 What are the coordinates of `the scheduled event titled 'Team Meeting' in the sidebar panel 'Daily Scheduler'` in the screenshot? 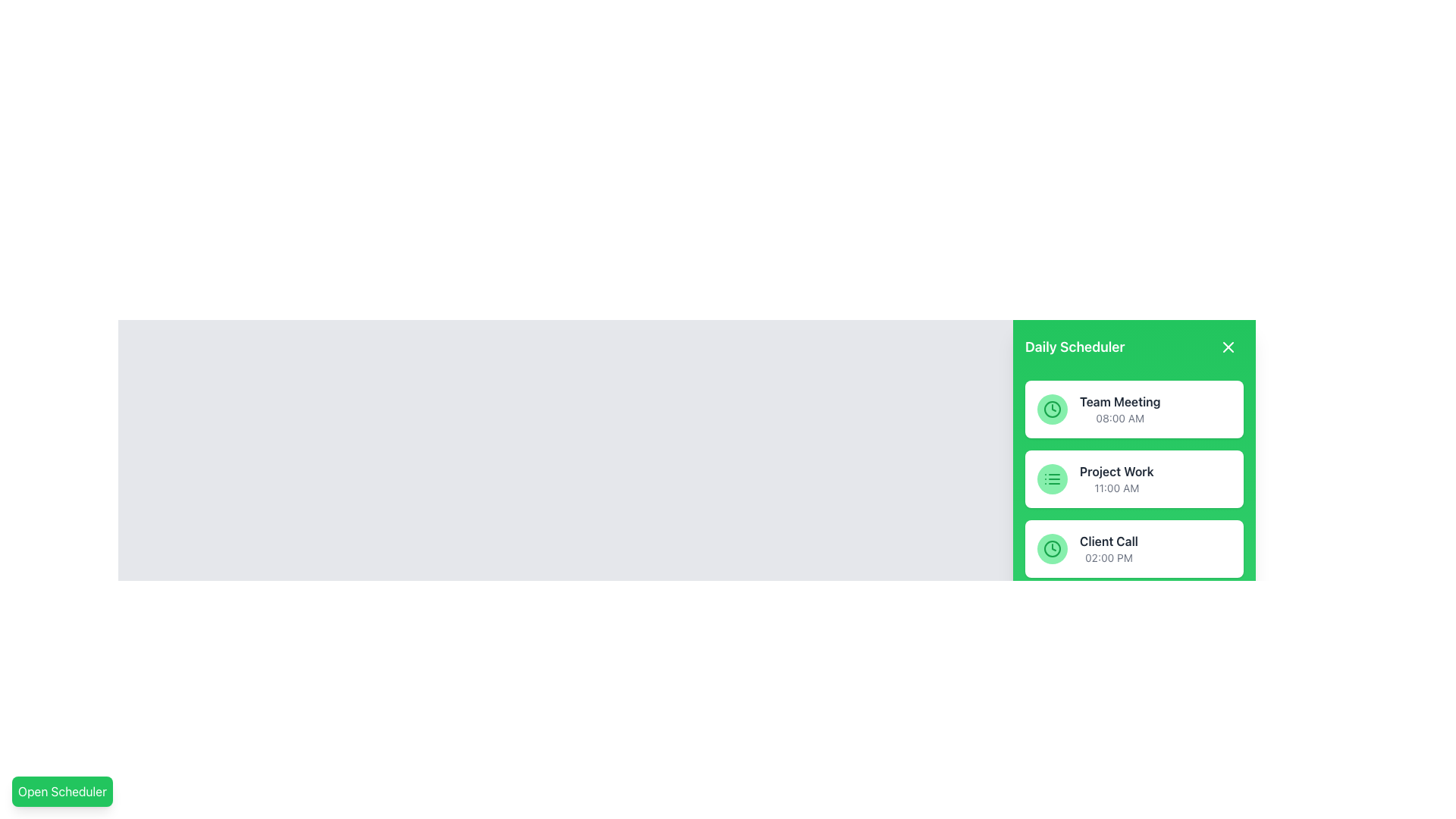 It's located at (1134, 409).